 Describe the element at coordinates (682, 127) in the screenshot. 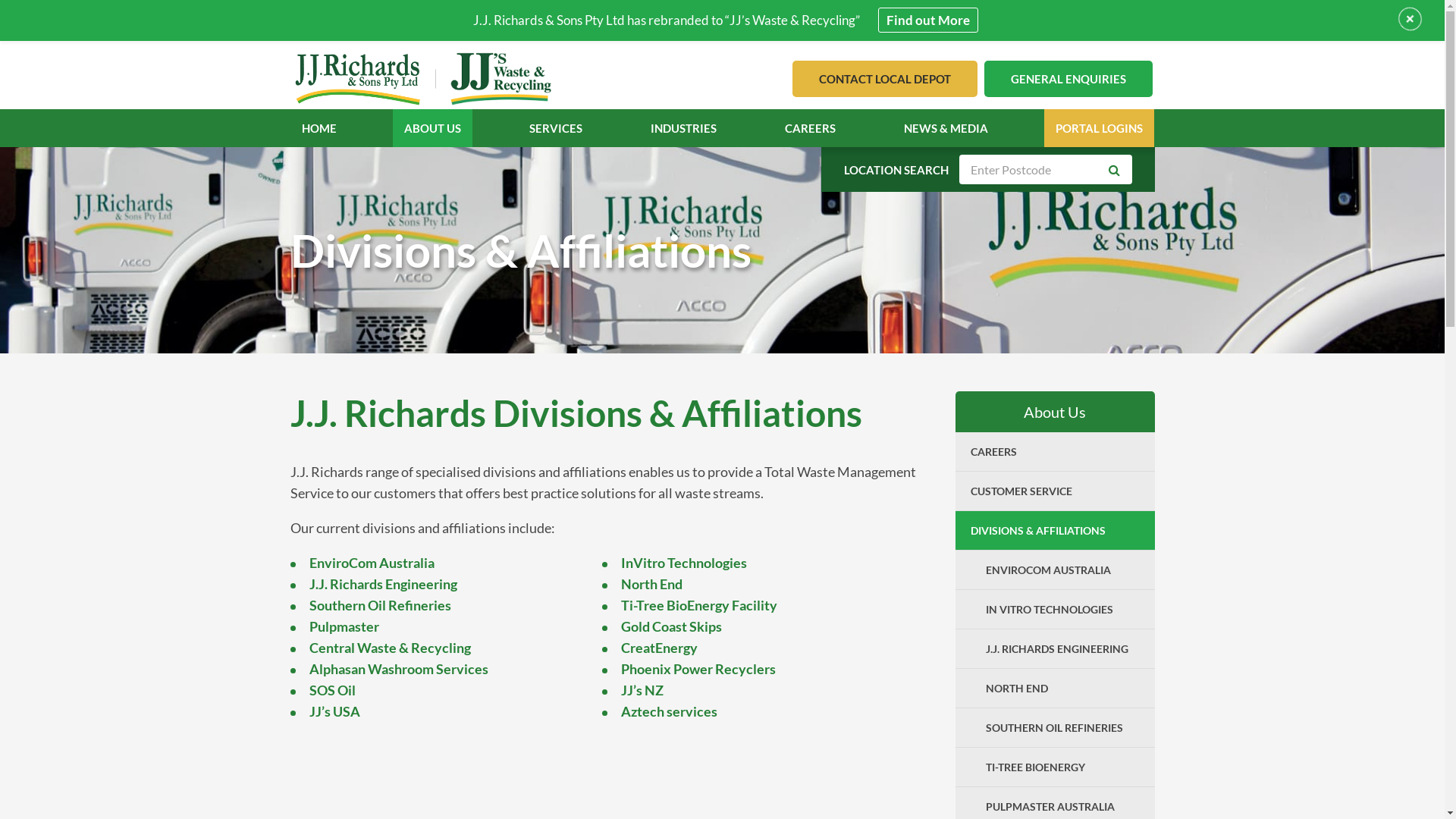

I see `'INDUSTRIES'` at that location.